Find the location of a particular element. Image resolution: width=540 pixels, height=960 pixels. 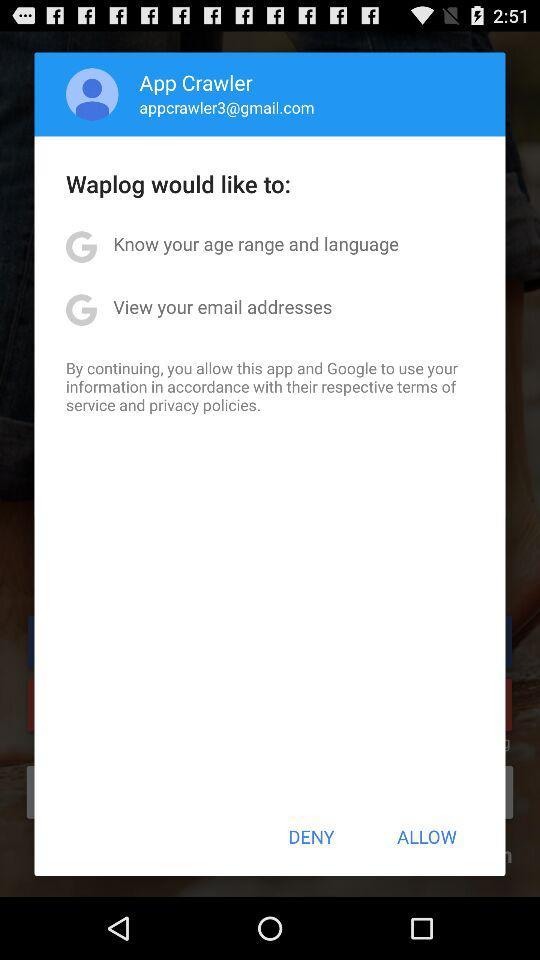

the know your age app is located at coordinates (256, 242).